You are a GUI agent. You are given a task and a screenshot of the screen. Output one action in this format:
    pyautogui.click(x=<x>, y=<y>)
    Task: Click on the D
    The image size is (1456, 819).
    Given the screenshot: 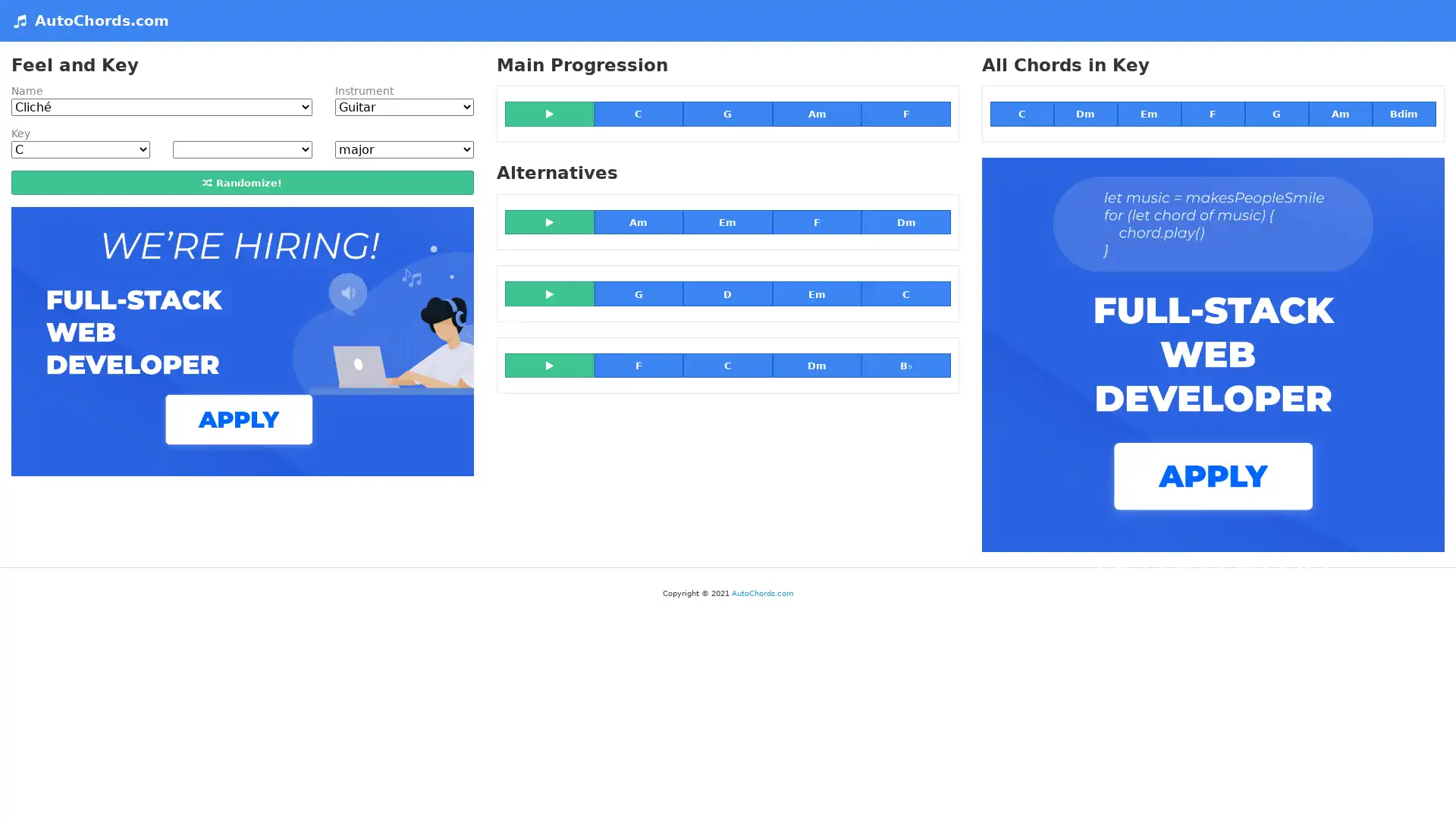 What is the action you would take?
    pyautogui.click(x=726, y=293)
    